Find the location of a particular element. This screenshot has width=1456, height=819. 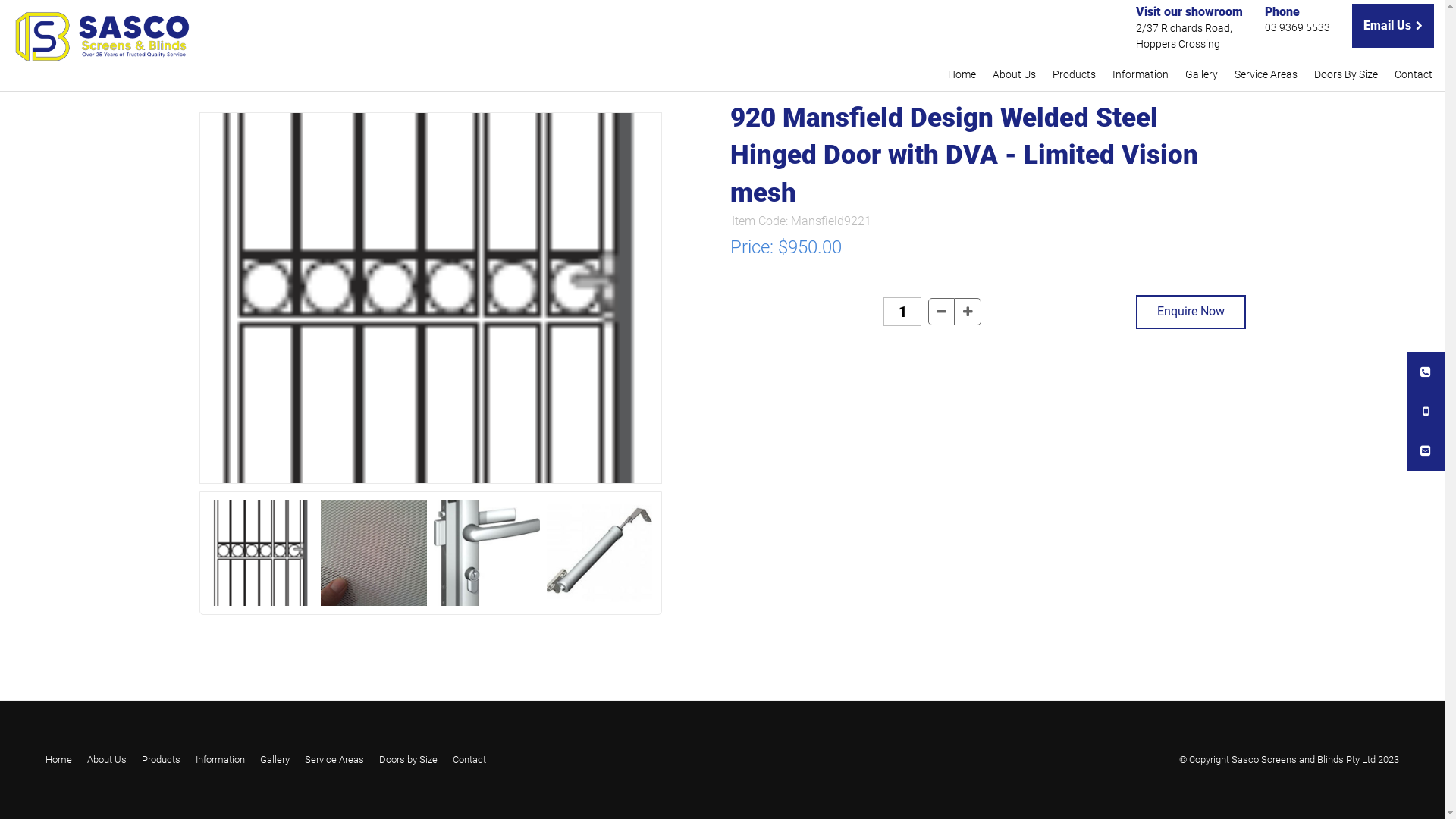

'Gallery' is located at coordinates (275, 760).